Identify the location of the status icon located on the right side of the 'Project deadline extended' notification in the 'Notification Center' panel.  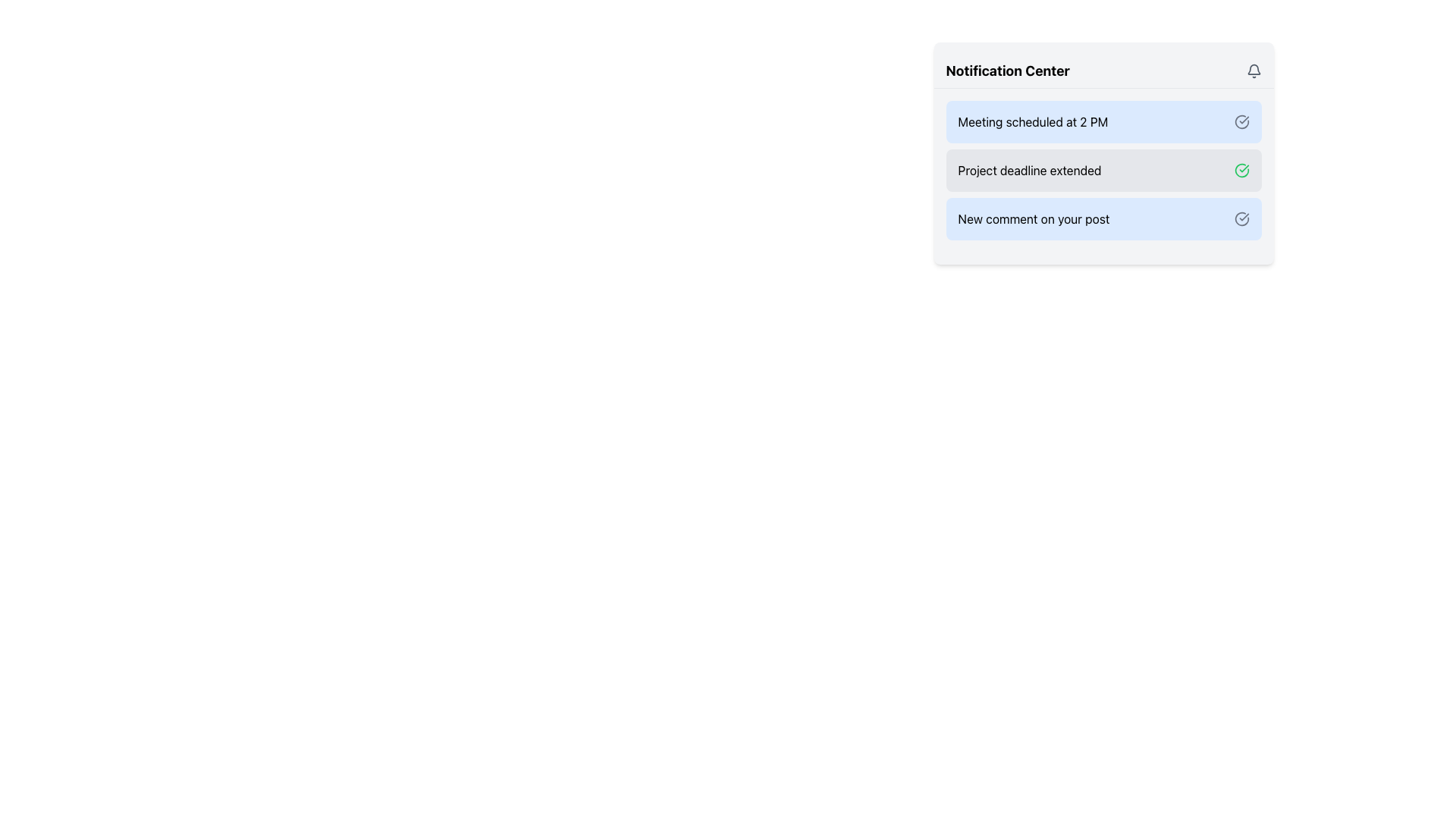
(1241, 170).